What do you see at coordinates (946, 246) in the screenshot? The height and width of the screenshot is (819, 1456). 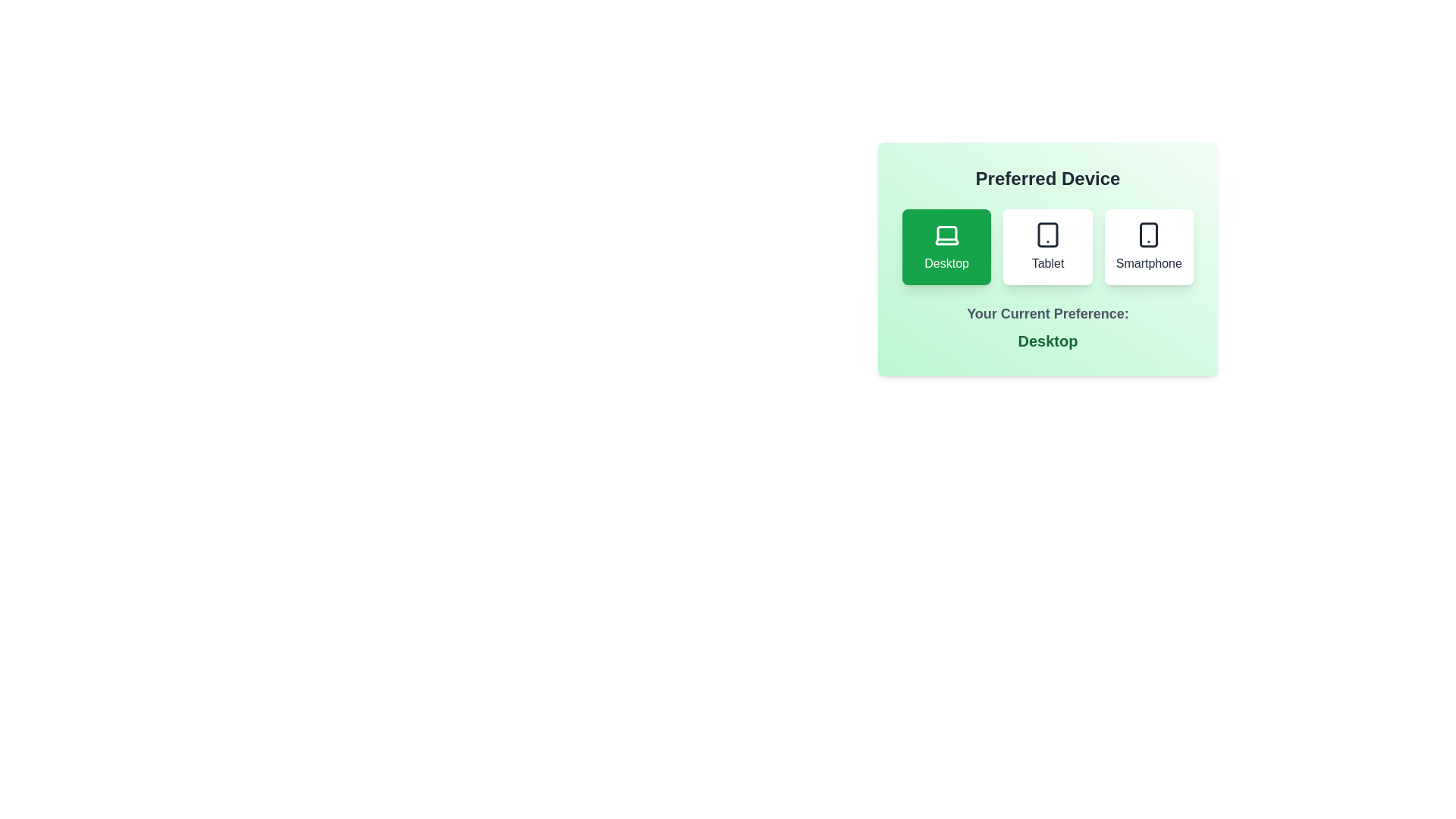 I see `the device preference by clicking the Desktop button` at bounding box center [946, 246].